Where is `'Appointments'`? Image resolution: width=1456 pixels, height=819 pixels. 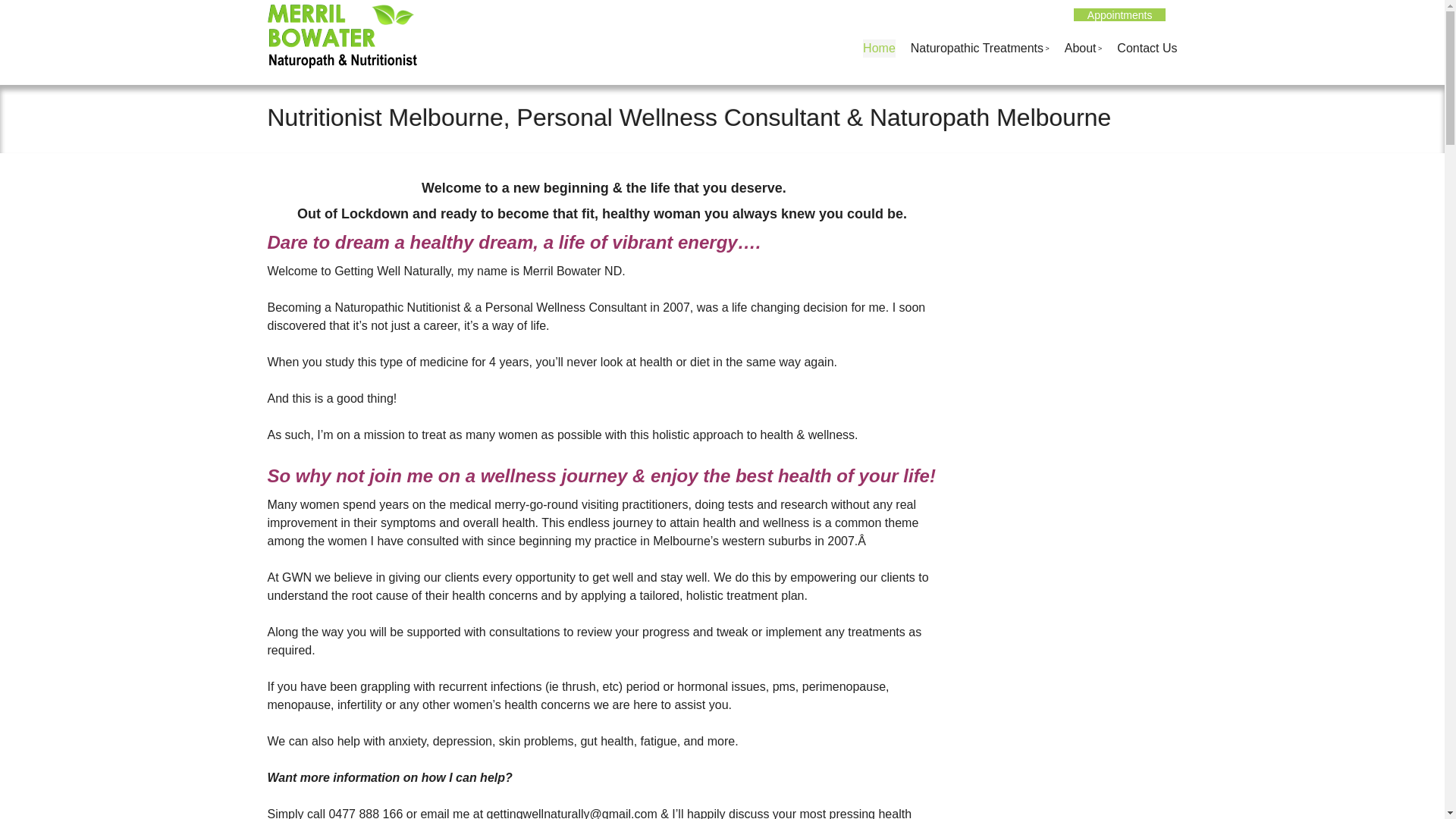
'Appointments' is located at coordinates (1120, 14).